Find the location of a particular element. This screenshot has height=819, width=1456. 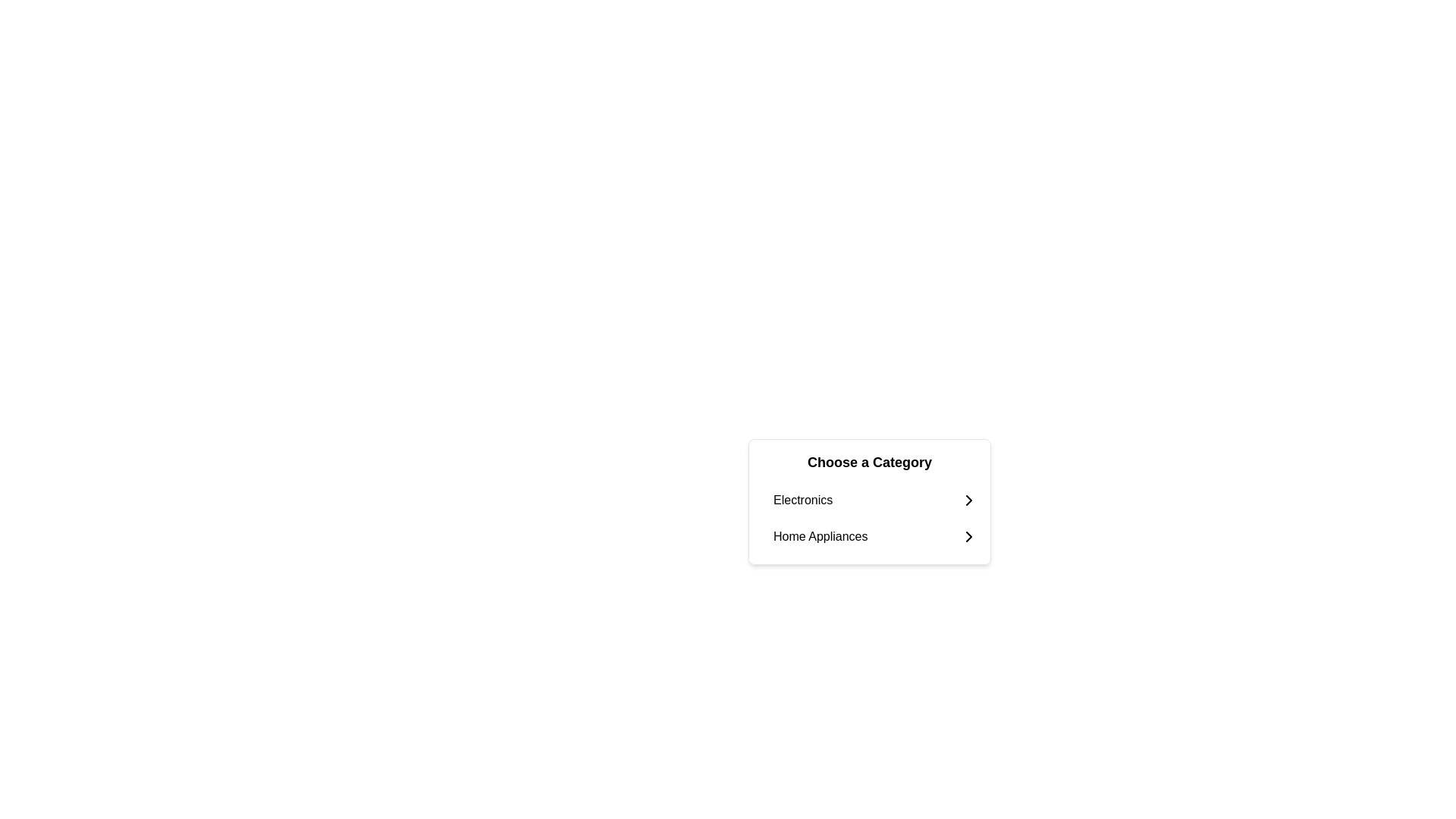

the 'Electronics' text label located at the first position in the 'Choose a Category' section is located at coordinates (802, 500).